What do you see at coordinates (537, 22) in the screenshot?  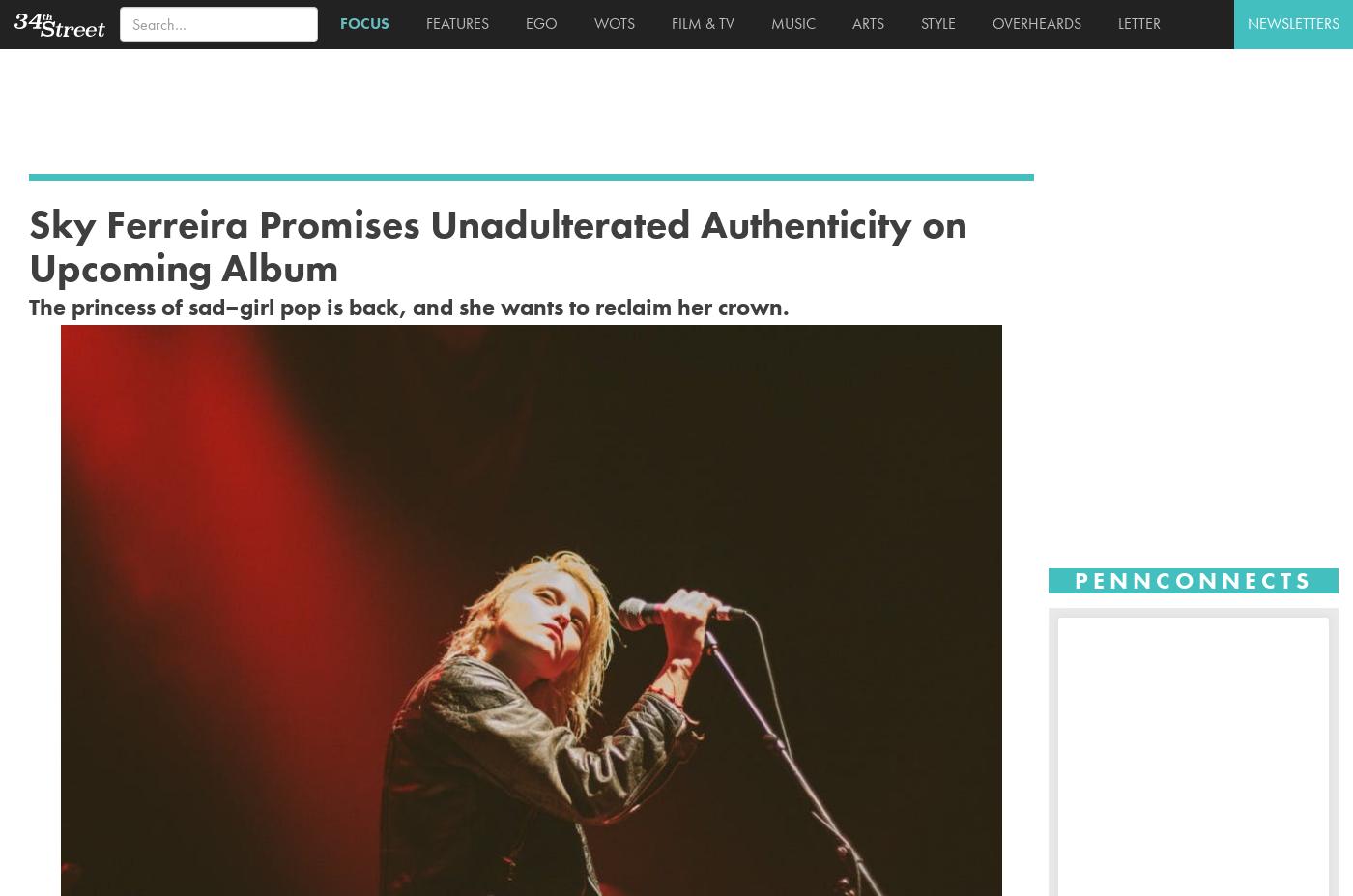 I see `'EGO'` at bounding box center [537, 22].